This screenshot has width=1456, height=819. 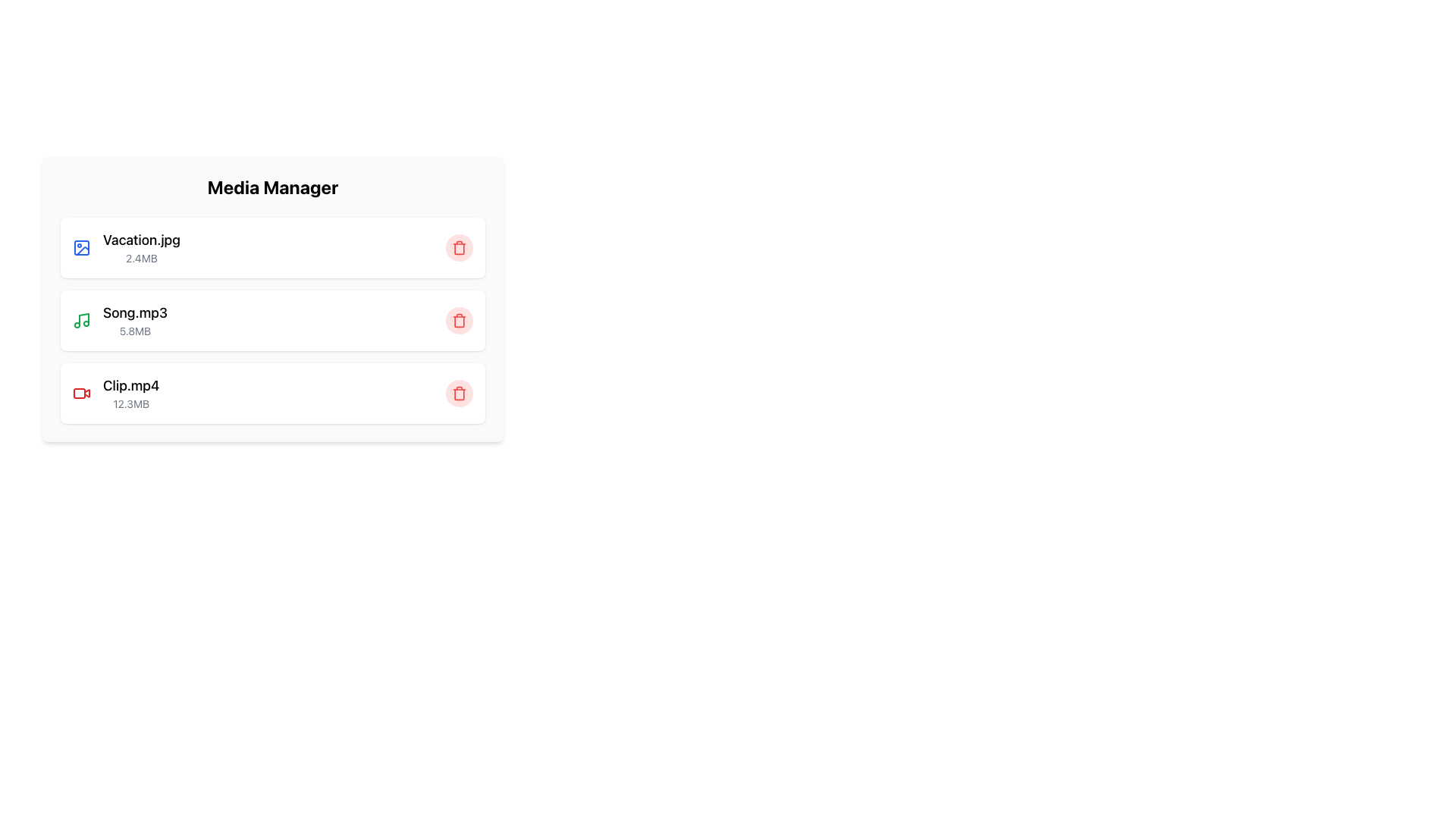 I want to click on the right-side icon associated with the 'Clip.mp4' entry in the media manager section, so click(x=86, y=391).